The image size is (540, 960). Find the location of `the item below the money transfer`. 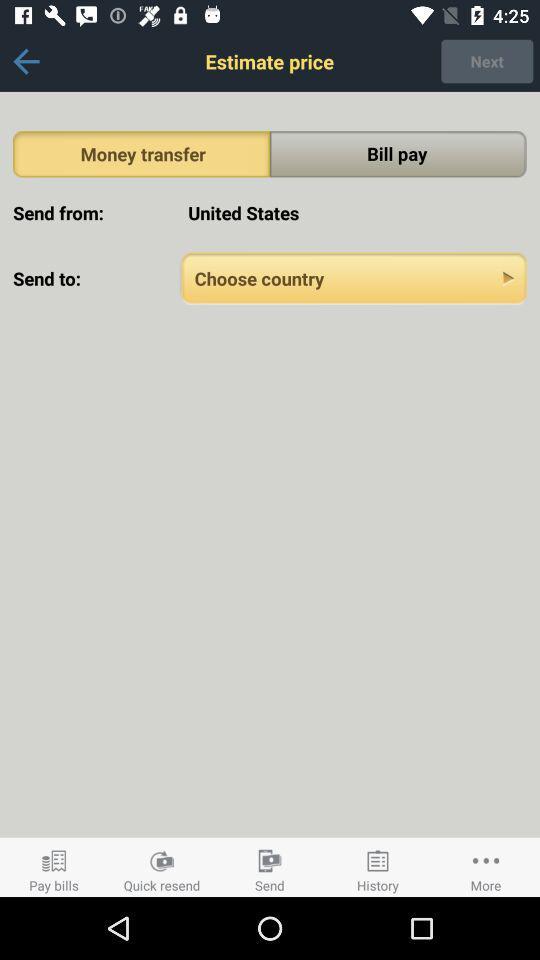

the item below the money transfer is located at coordinates (353, 213).